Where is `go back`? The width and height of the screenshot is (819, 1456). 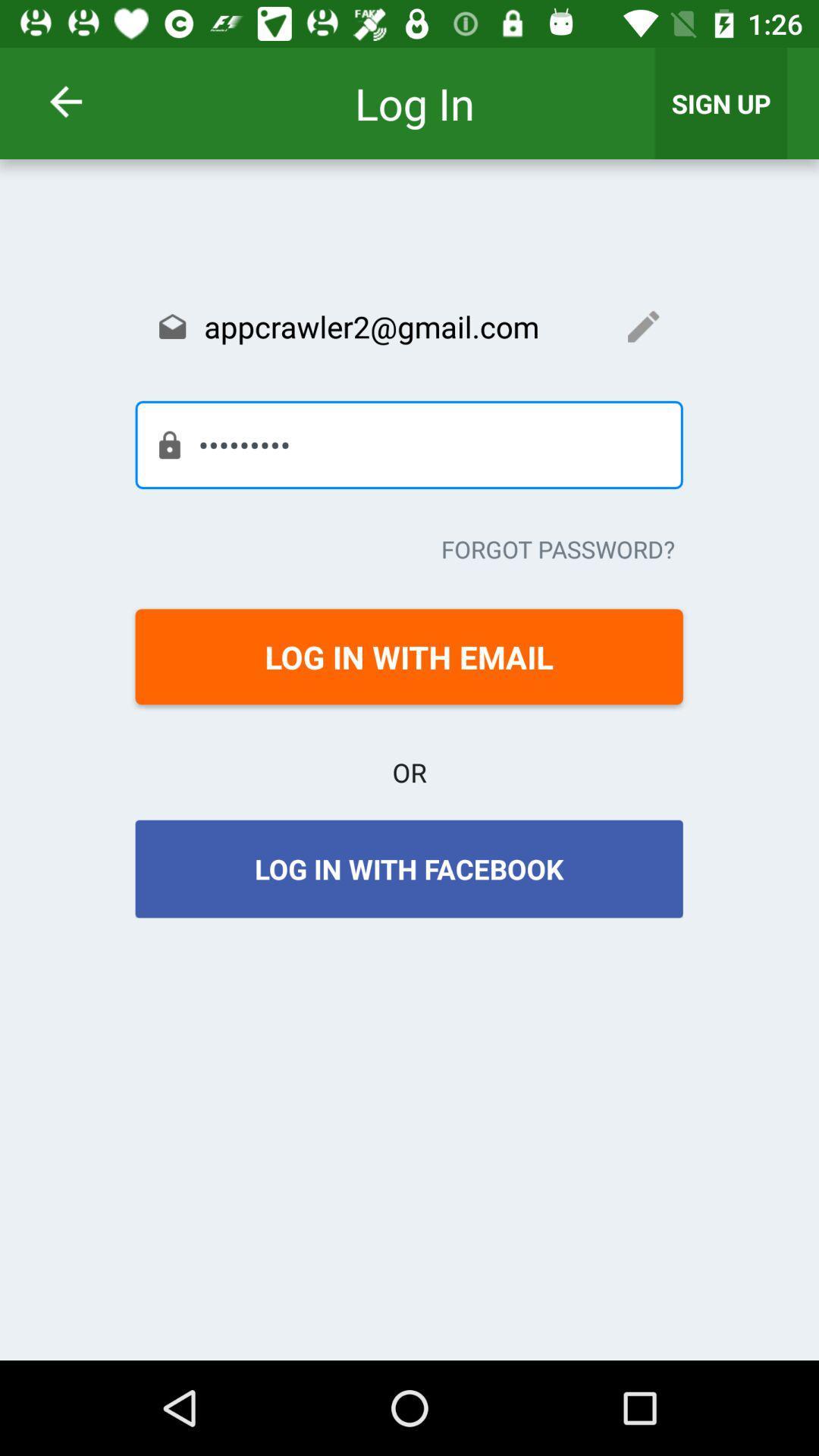
go back is located at coordinates (86, 101).